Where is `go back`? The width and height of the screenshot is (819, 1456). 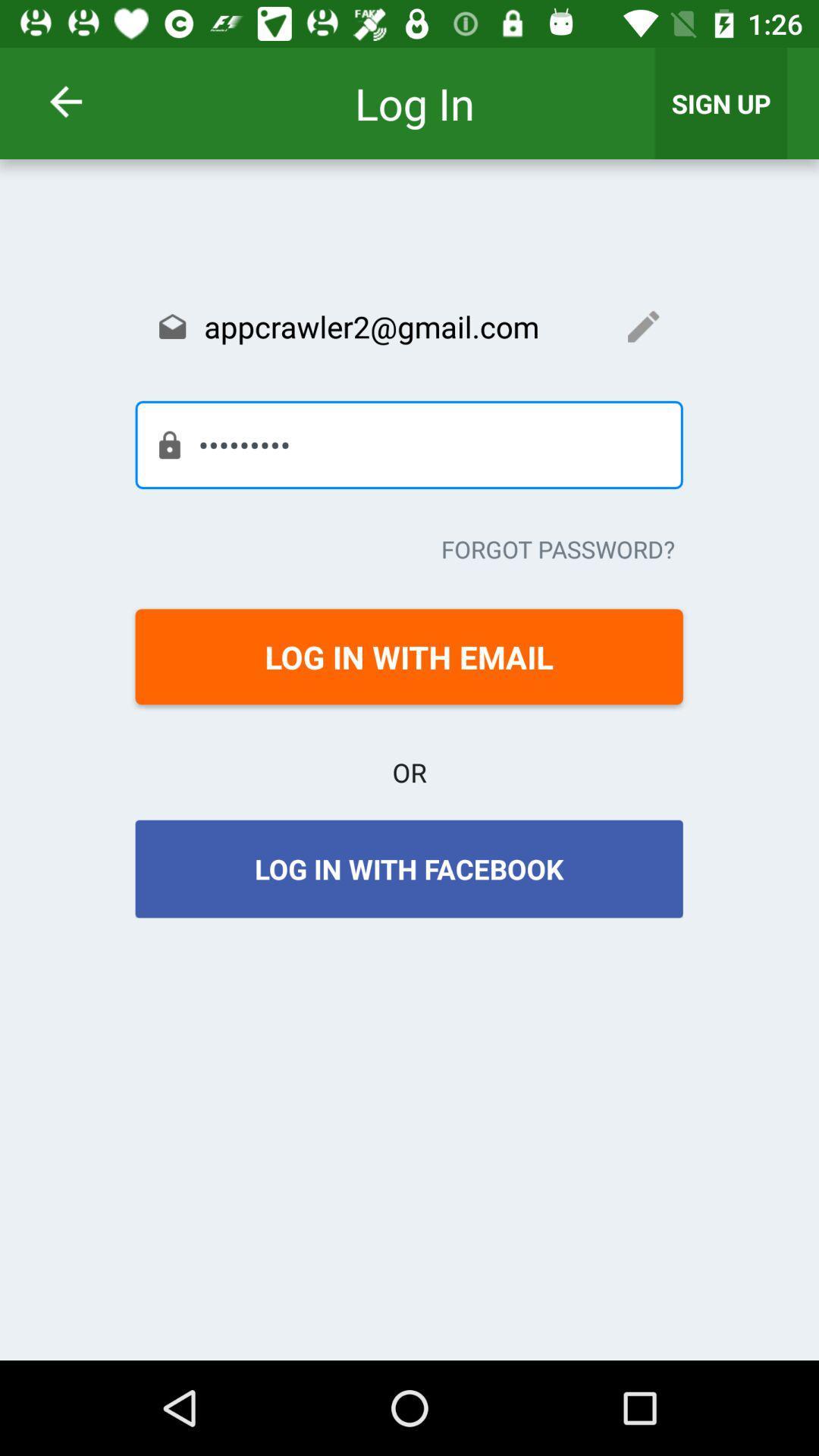
go back is located at coordinates (86, 101).